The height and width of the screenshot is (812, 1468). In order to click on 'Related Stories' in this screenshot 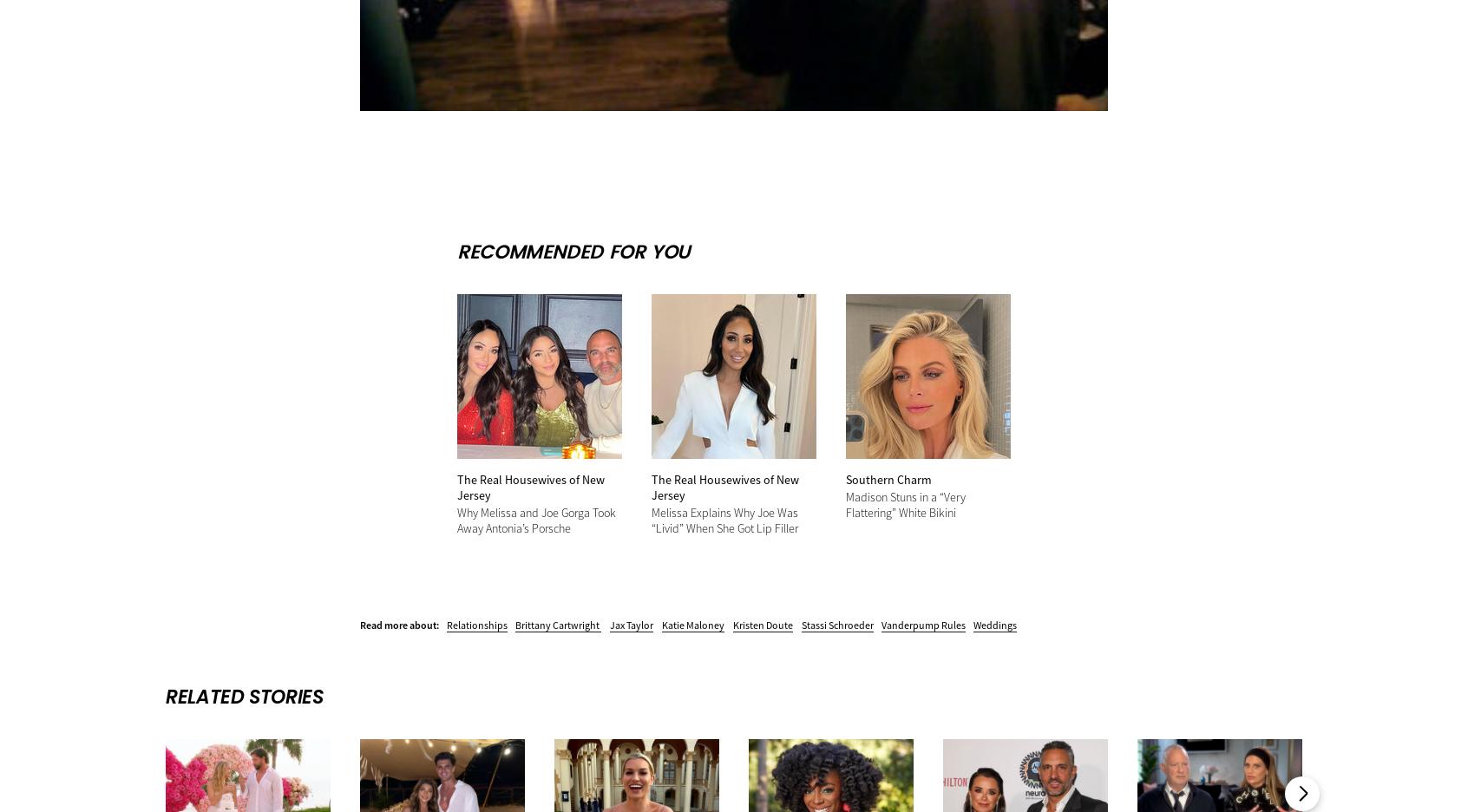, I will do `click(244, 695)`.